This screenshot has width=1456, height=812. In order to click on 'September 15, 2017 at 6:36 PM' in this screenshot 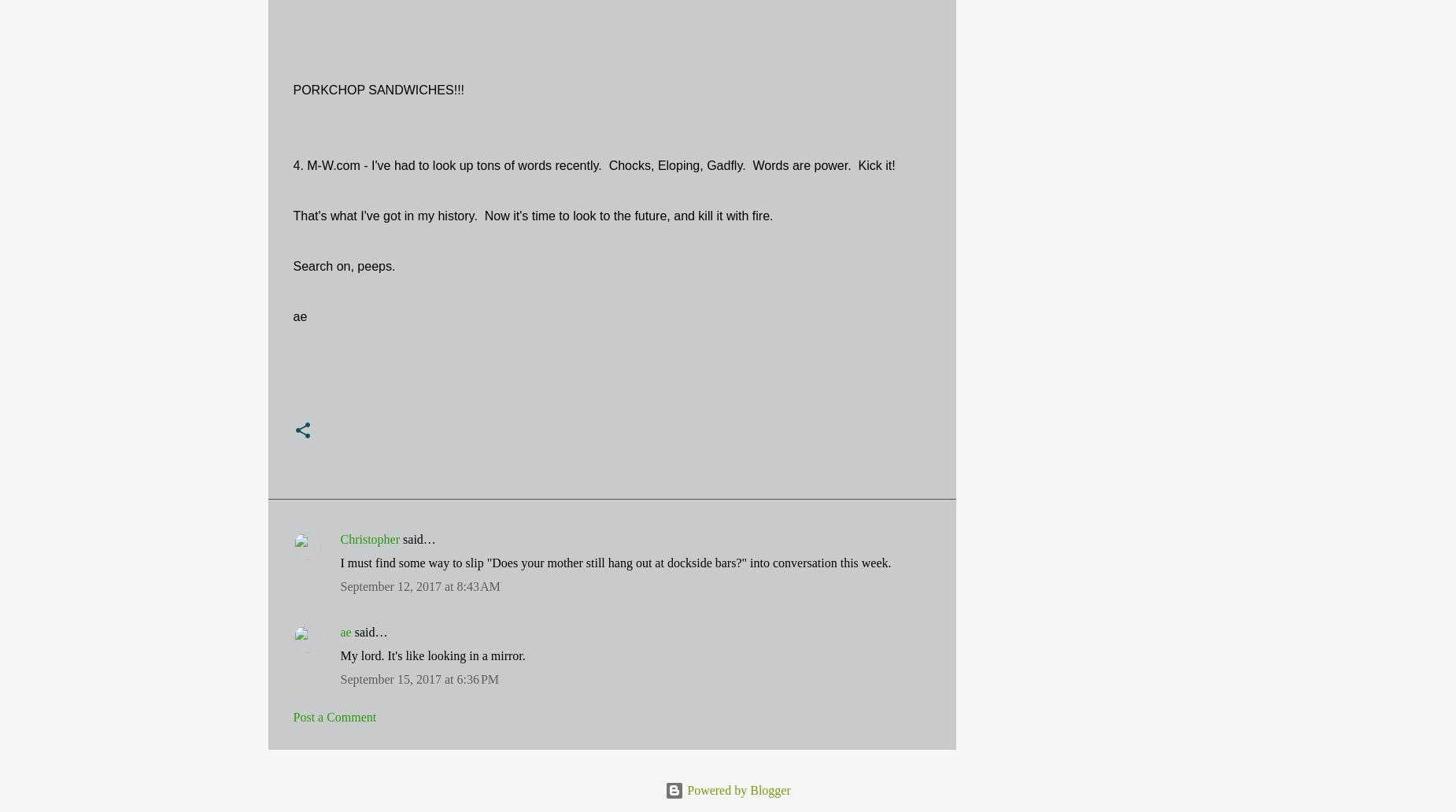, I will do `click(419, 679)`.